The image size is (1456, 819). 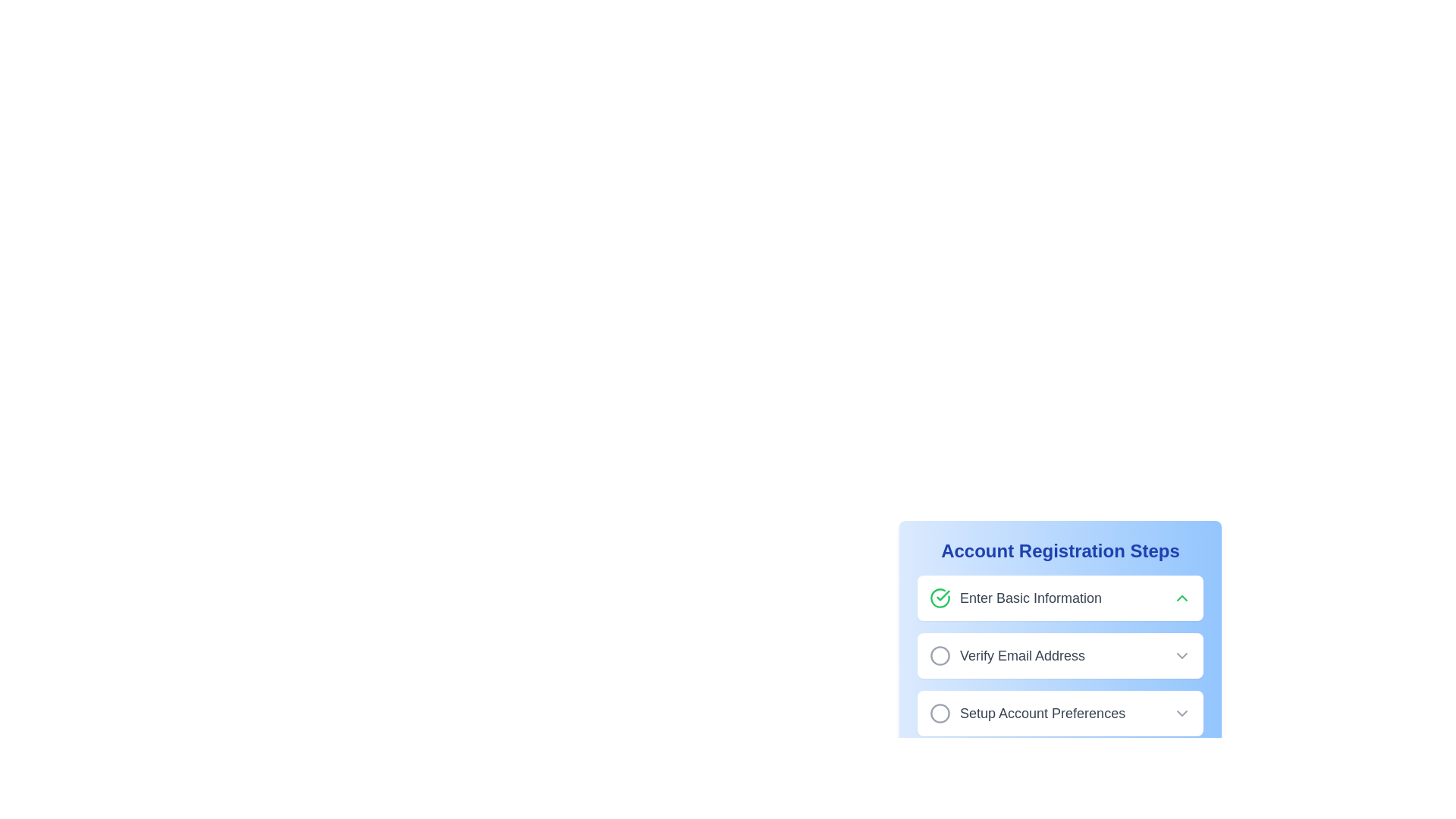 What do you see at coordinates (939, 598) in the screenshot?
I see `the circular icon with a green outline and checkmark in the center, located to the left of the 'Enter Basic Information' text in the 'Account Registration Steps' section` at bounding box center [939, 598].